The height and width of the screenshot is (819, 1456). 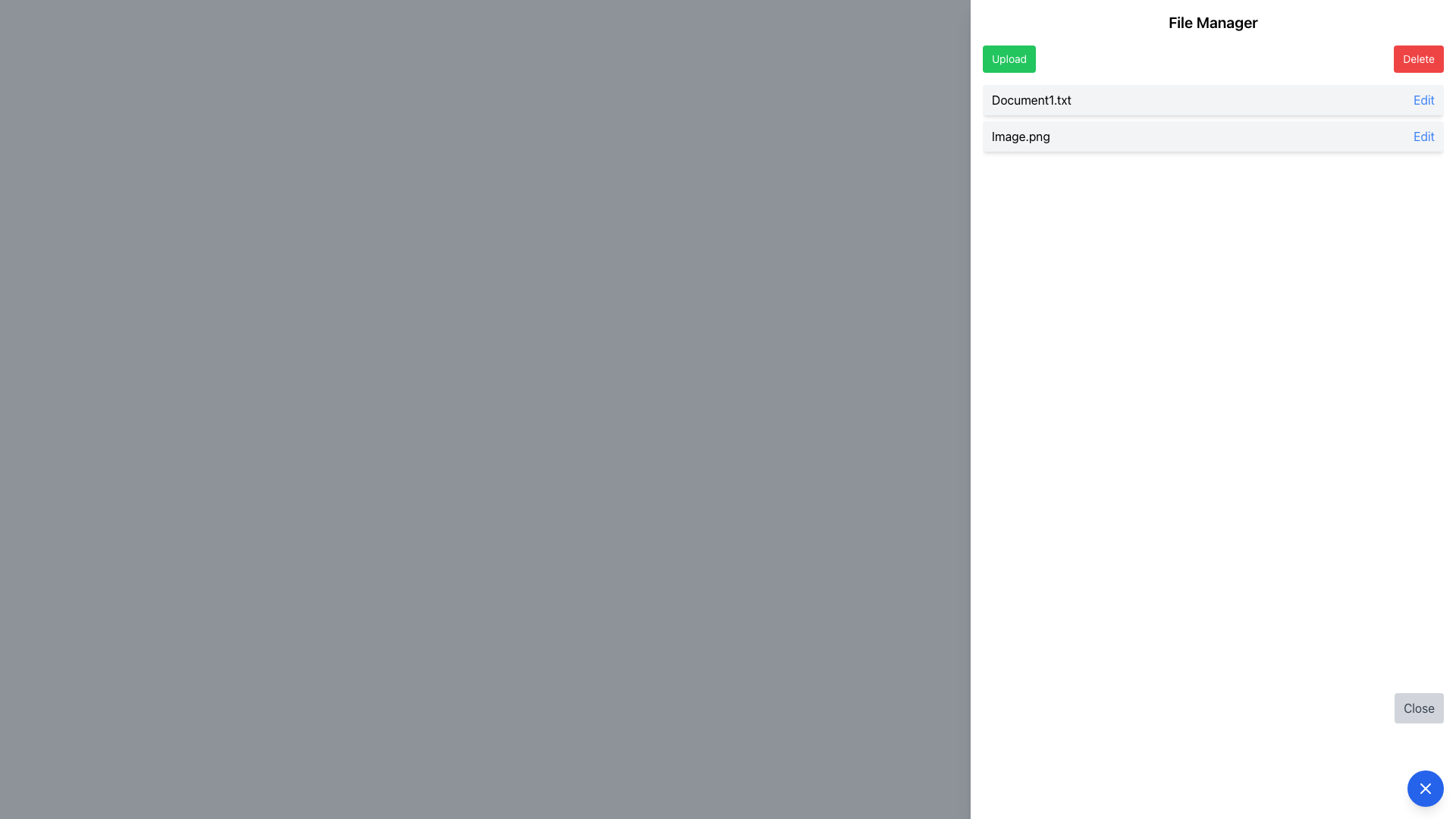 I want to click on the static text element displaying the file name 'Document1.txt' in the file entry list, so click(x=1031, y=99).